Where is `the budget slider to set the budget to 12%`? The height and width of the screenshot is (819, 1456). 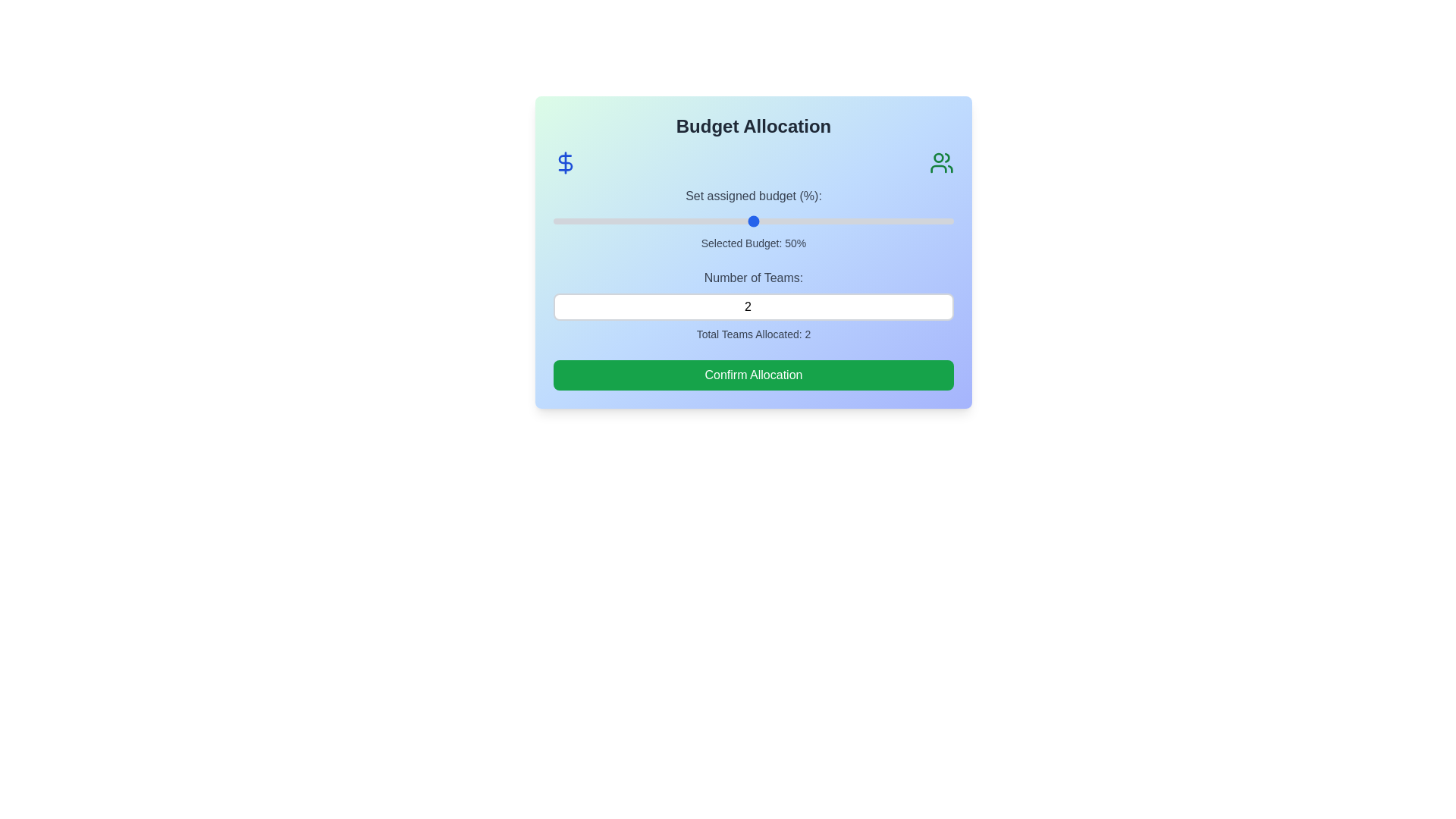 the budget slider to set the budget to 12% is located at coordinates (601, 221).